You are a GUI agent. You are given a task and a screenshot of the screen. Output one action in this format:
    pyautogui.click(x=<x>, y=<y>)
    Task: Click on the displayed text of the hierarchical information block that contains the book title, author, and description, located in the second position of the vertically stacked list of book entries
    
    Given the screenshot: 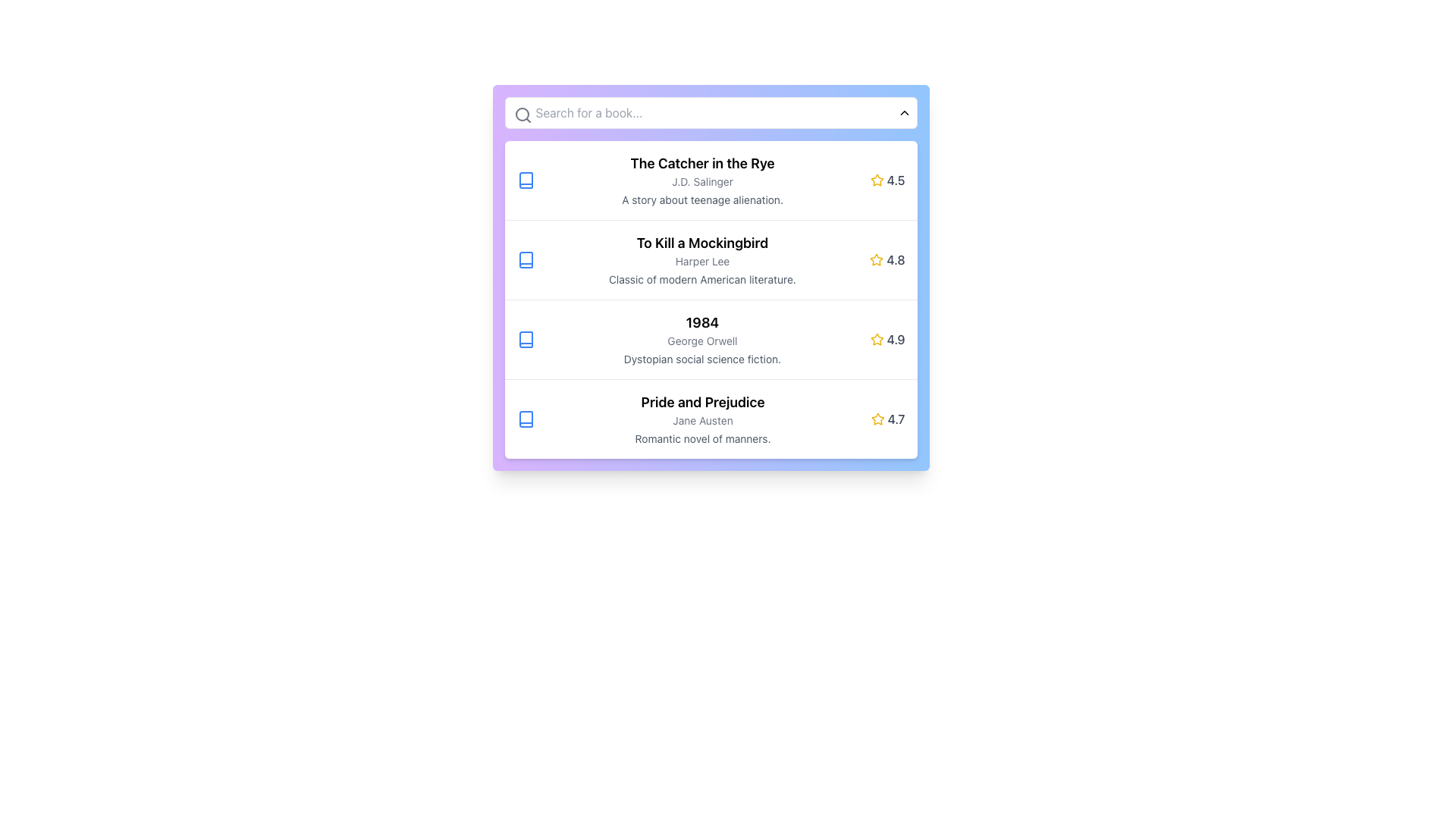 What is the action you would take?
    pyautogui.click(x=701, y=259)
    